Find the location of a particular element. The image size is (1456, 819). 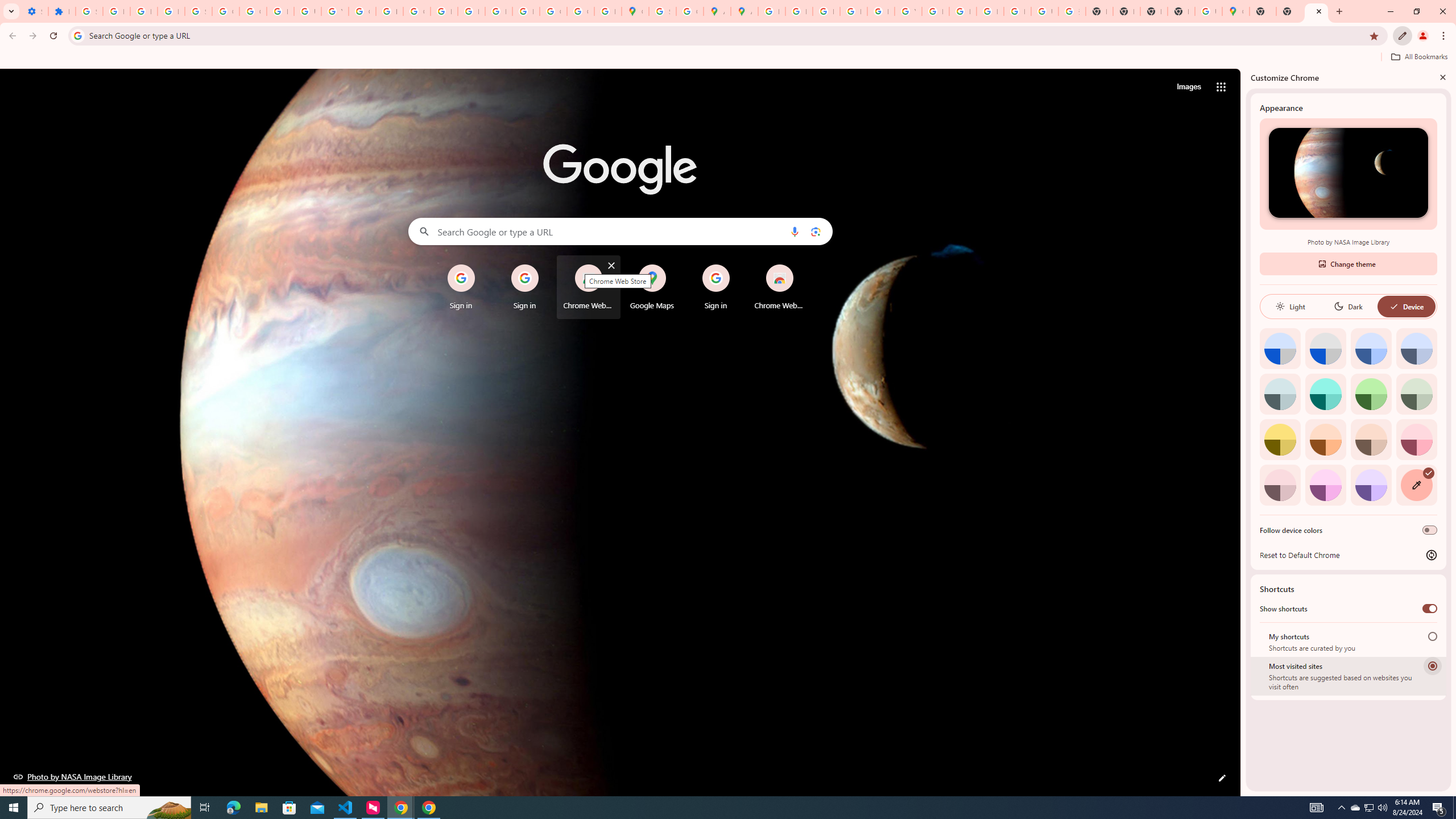

'Default color' is located at coordinates (1280, 348).